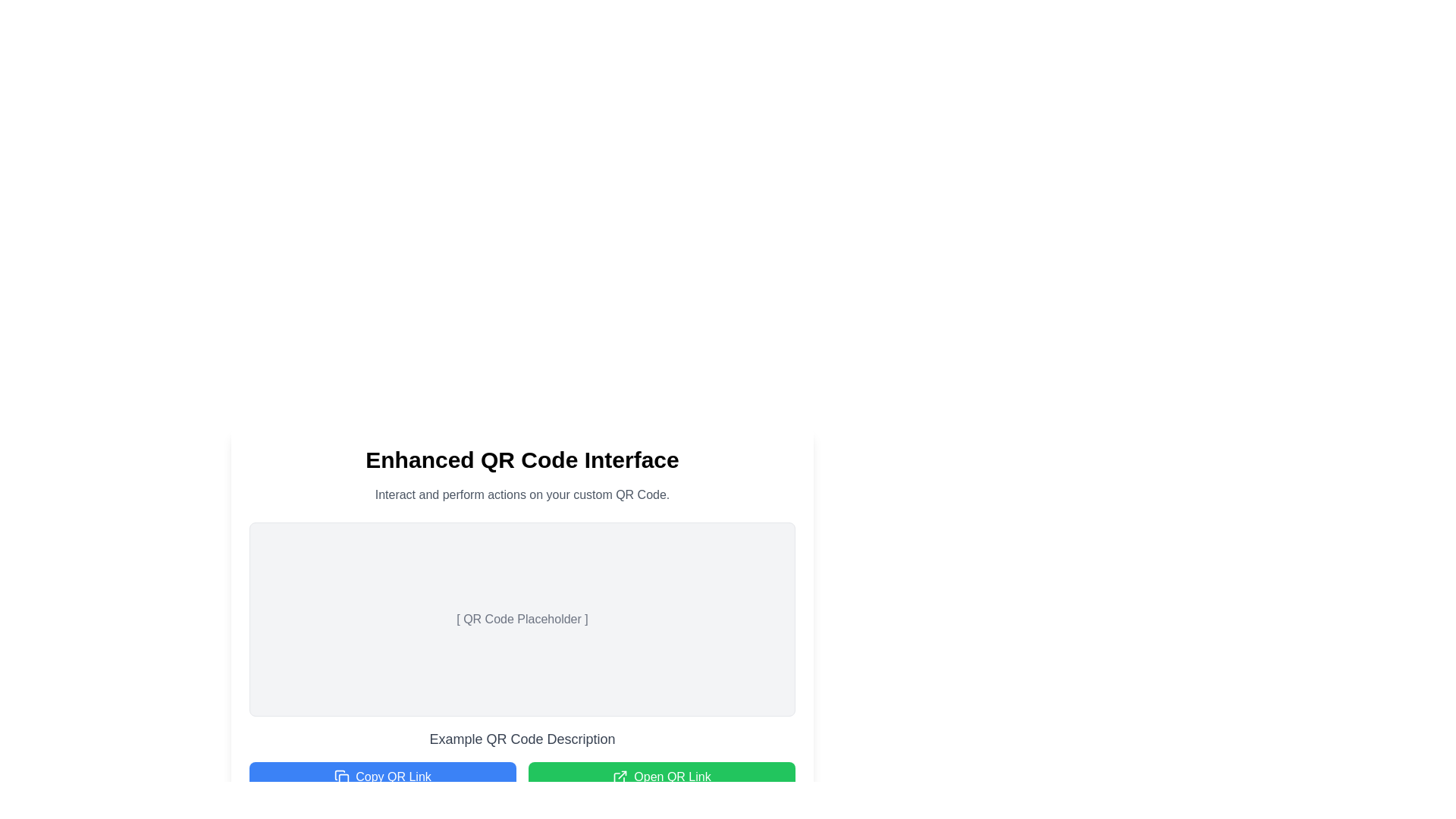 The image size is (1456, 819). What do you see at coordinates (522, 620) in the screenshot?
I see `the static text placeholder for the QR code, which is located below the title section and above a set of buttons` at bounding box center [522, 620].